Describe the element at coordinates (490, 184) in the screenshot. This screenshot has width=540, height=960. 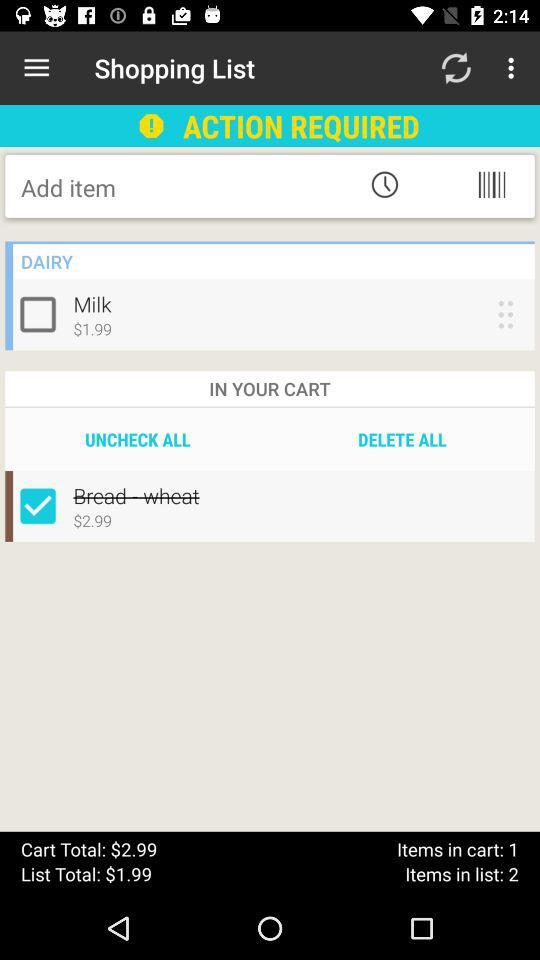
I see `use barcode` at that location.